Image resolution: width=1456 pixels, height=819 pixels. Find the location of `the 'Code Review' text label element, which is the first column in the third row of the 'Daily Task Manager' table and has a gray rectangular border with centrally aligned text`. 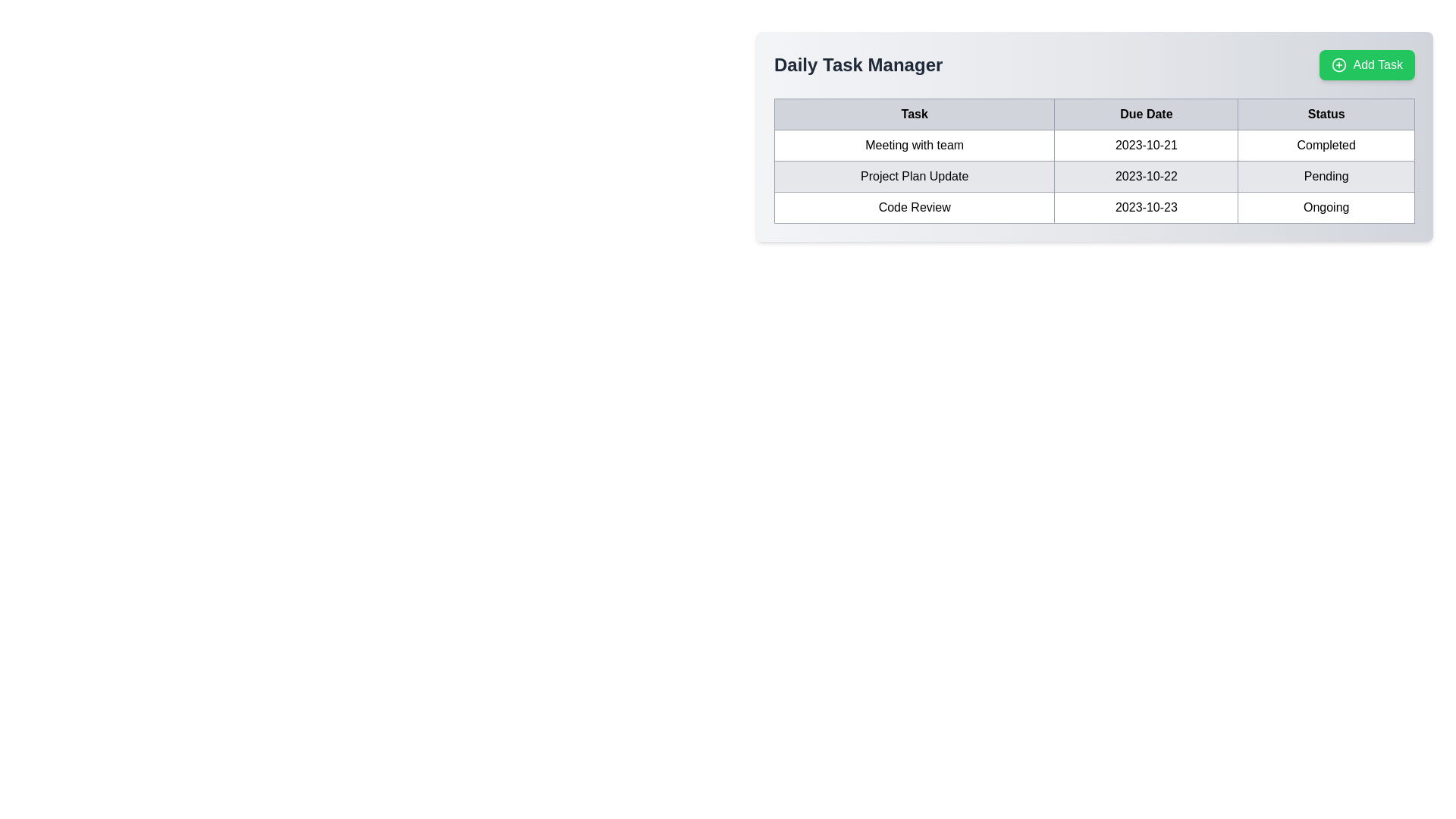

the 'Code Review' text label element, which is the first column in the third row of the 'Daily Task Manager' table and has a gray rectangular border with centrally aligned text is located at coordinates (914, 207).